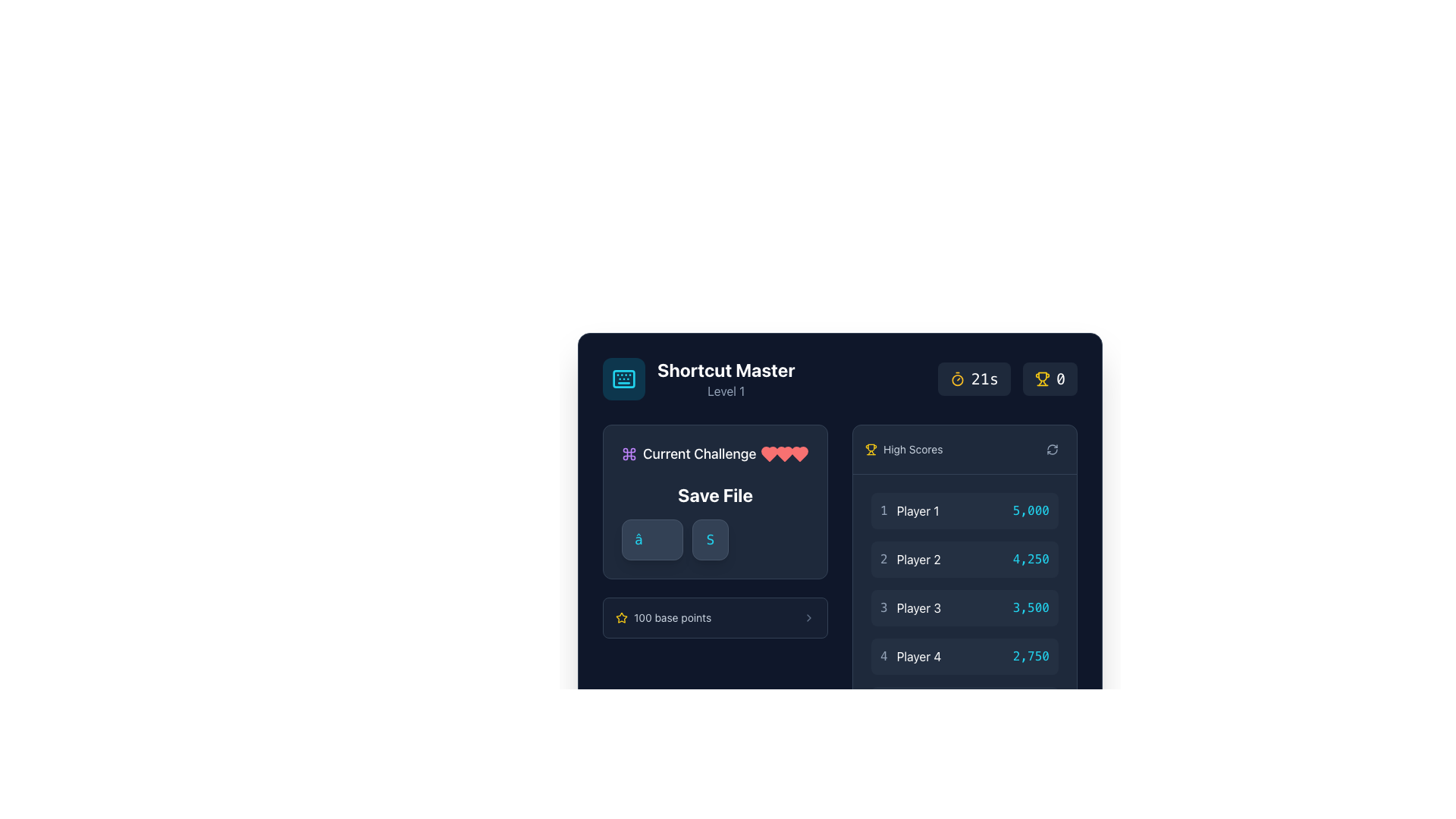 This screenshot has width=1456, height=819. Describe the element at coordinates (785, 453) in the screenshot. I see `the third heart icon from the left in the set of five hearts beside the 'Current Challenge' text in the left panel` at that location.